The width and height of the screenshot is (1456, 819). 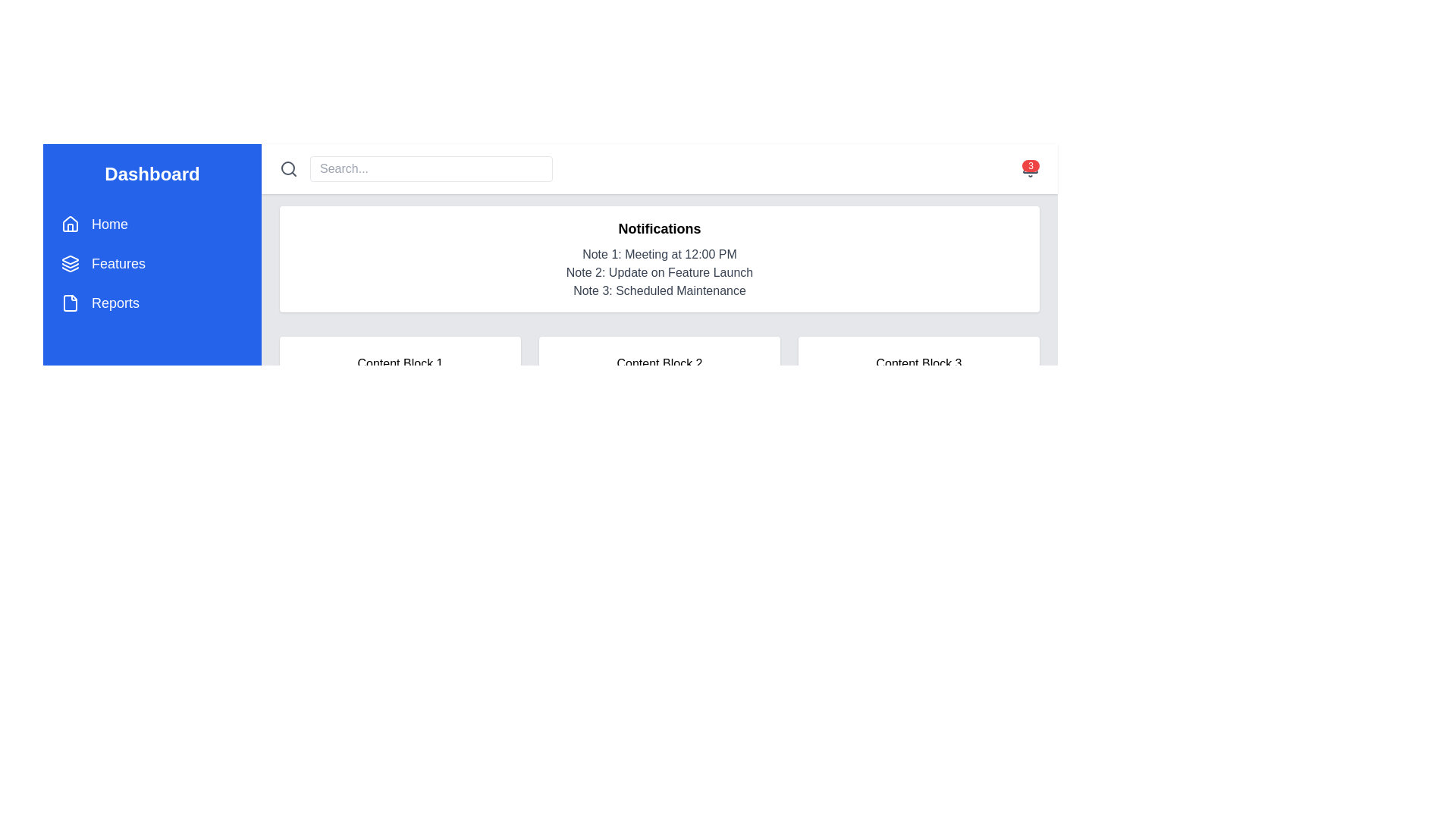 I want to click on the roof portion of the house icon in the navigation sidebar, which is part of the 'Home' menu item, to provide a visual cue for navigation, so click(x=69, y=223).